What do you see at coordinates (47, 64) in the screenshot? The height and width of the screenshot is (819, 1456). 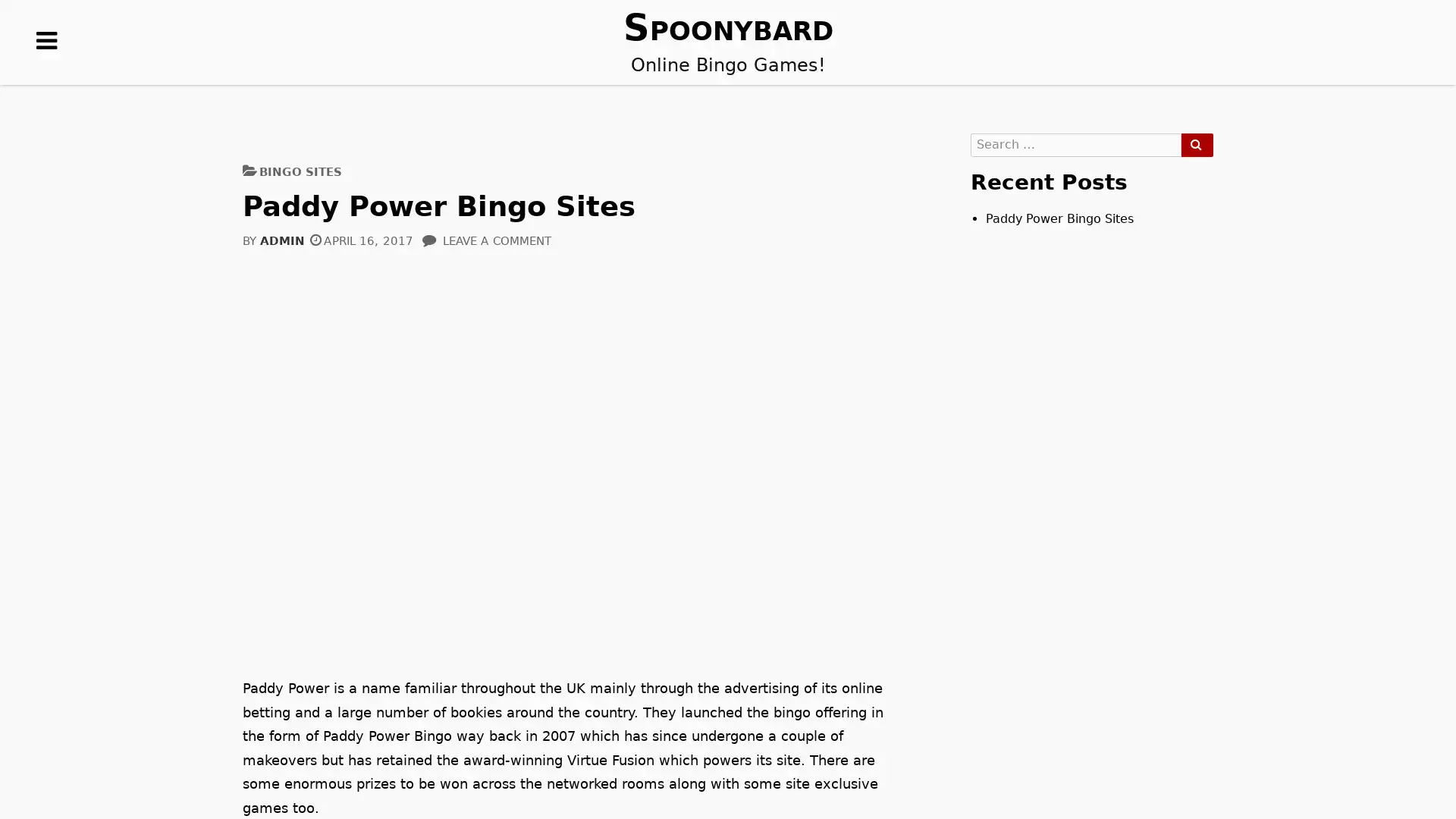 I see `MENUS` at bounding box center [47, 64].